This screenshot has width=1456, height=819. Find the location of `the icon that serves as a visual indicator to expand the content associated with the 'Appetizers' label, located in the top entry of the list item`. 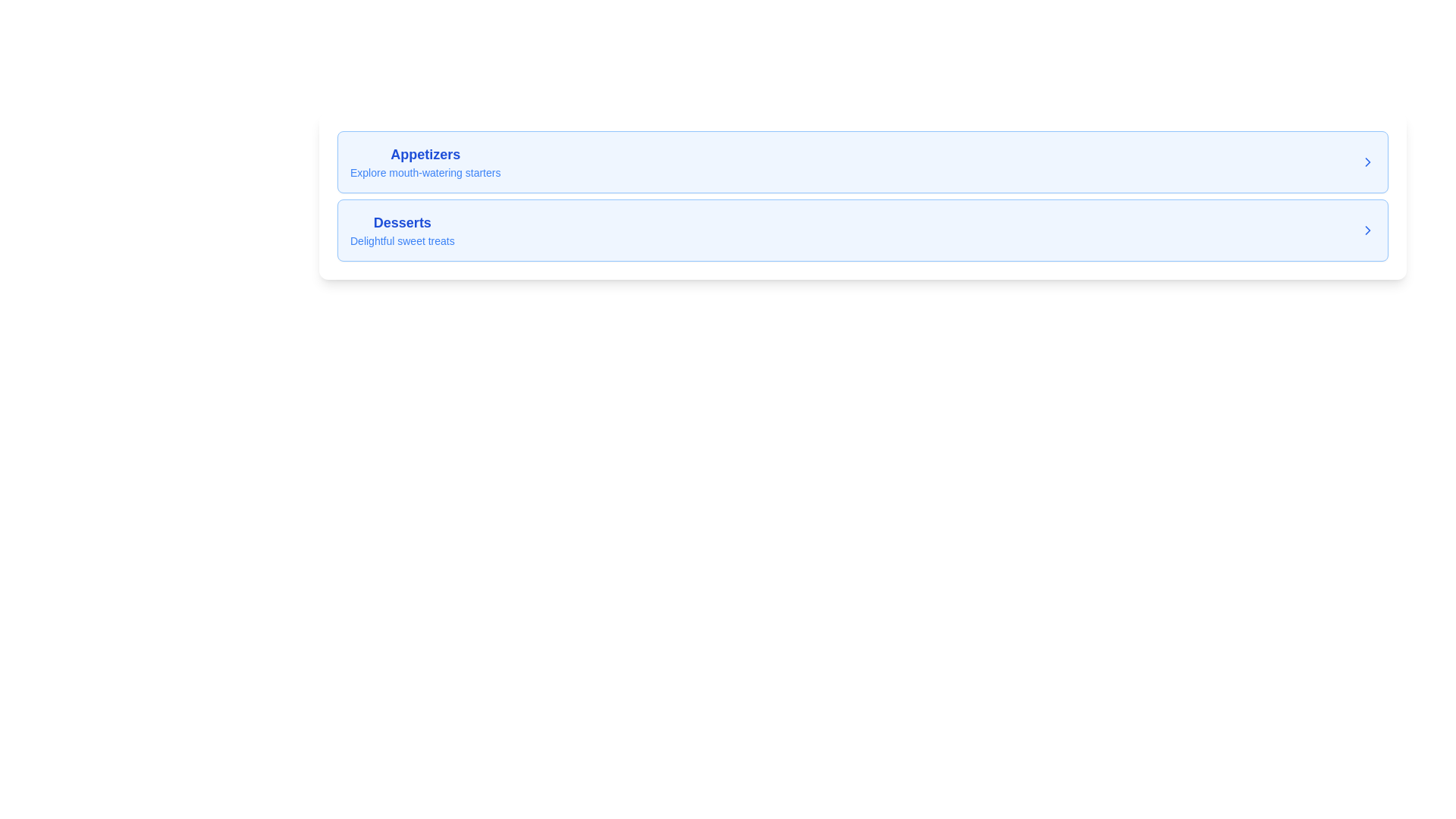

the icon that serves as a visual indicator to expand the content associated with the 'Appetizers' label, located in the top entry of the list item is located at coordinates (1368, 162).